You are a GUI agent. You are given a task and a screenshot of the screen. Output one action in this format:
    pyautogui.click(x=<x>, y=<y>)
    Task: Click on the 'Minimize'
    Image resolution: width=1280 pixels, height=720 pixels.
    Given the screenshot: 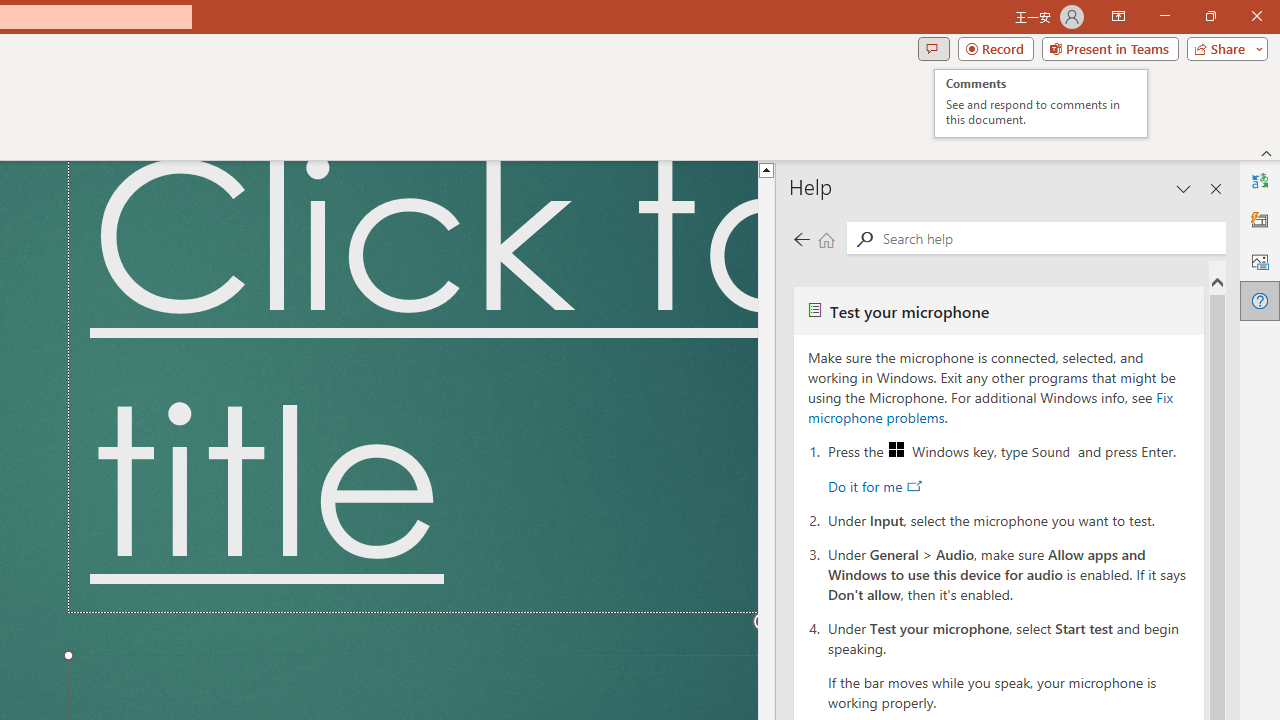 What is the action you would take?
    pyautogui.click(x=1164, y=16)
    